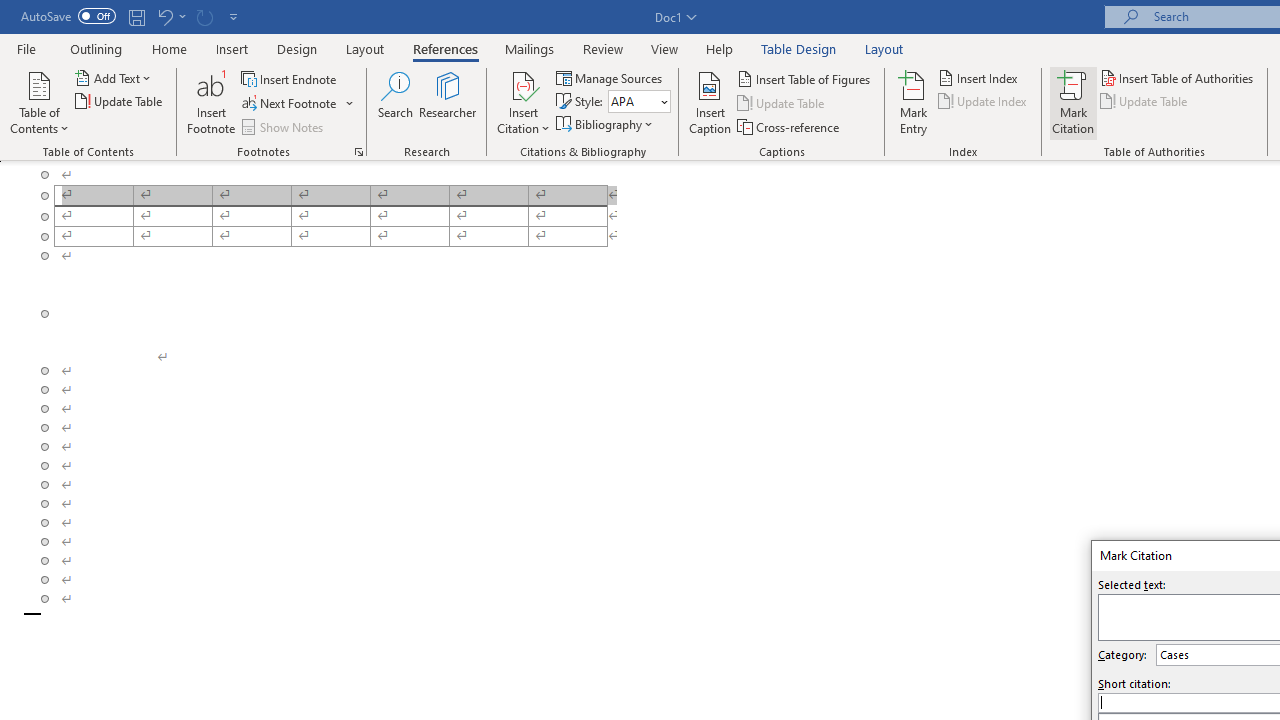  I want to click on 'Style', so click(638, 101).